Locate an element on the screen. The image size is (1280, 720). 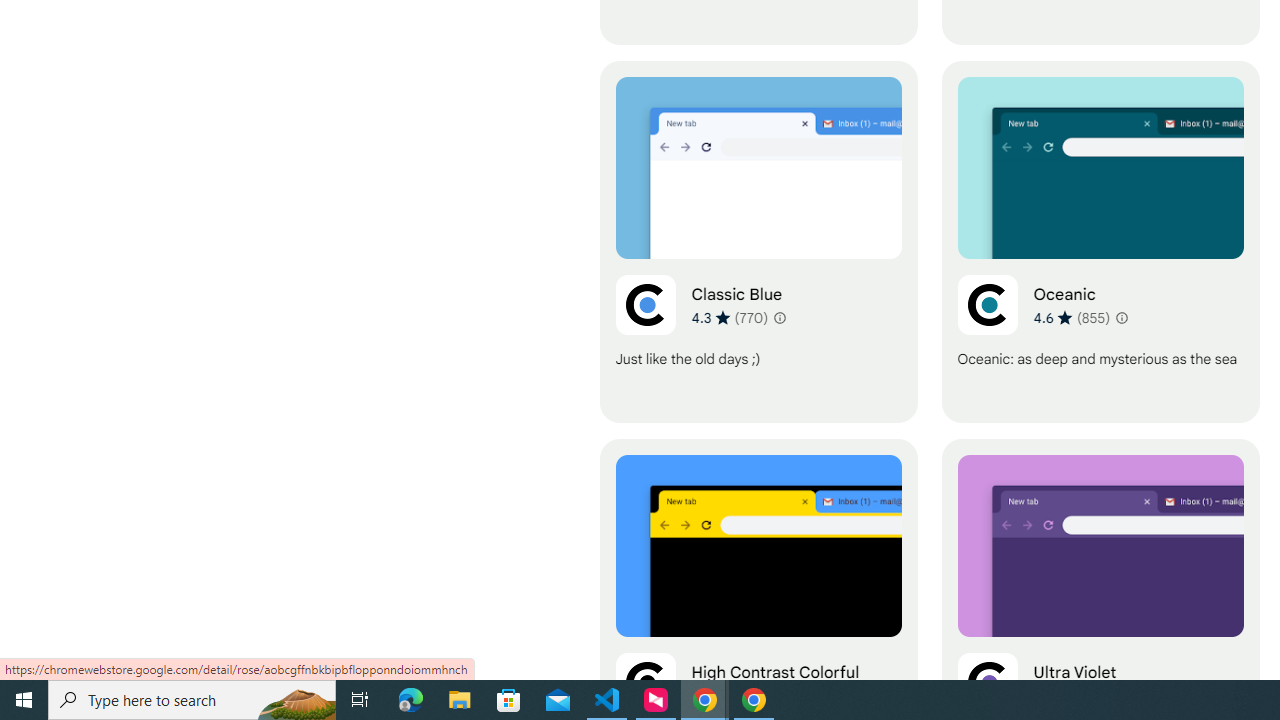
'Average rating 4.3 out of 5 stars. 770 ratings.' is located at coordinates (729, 316).